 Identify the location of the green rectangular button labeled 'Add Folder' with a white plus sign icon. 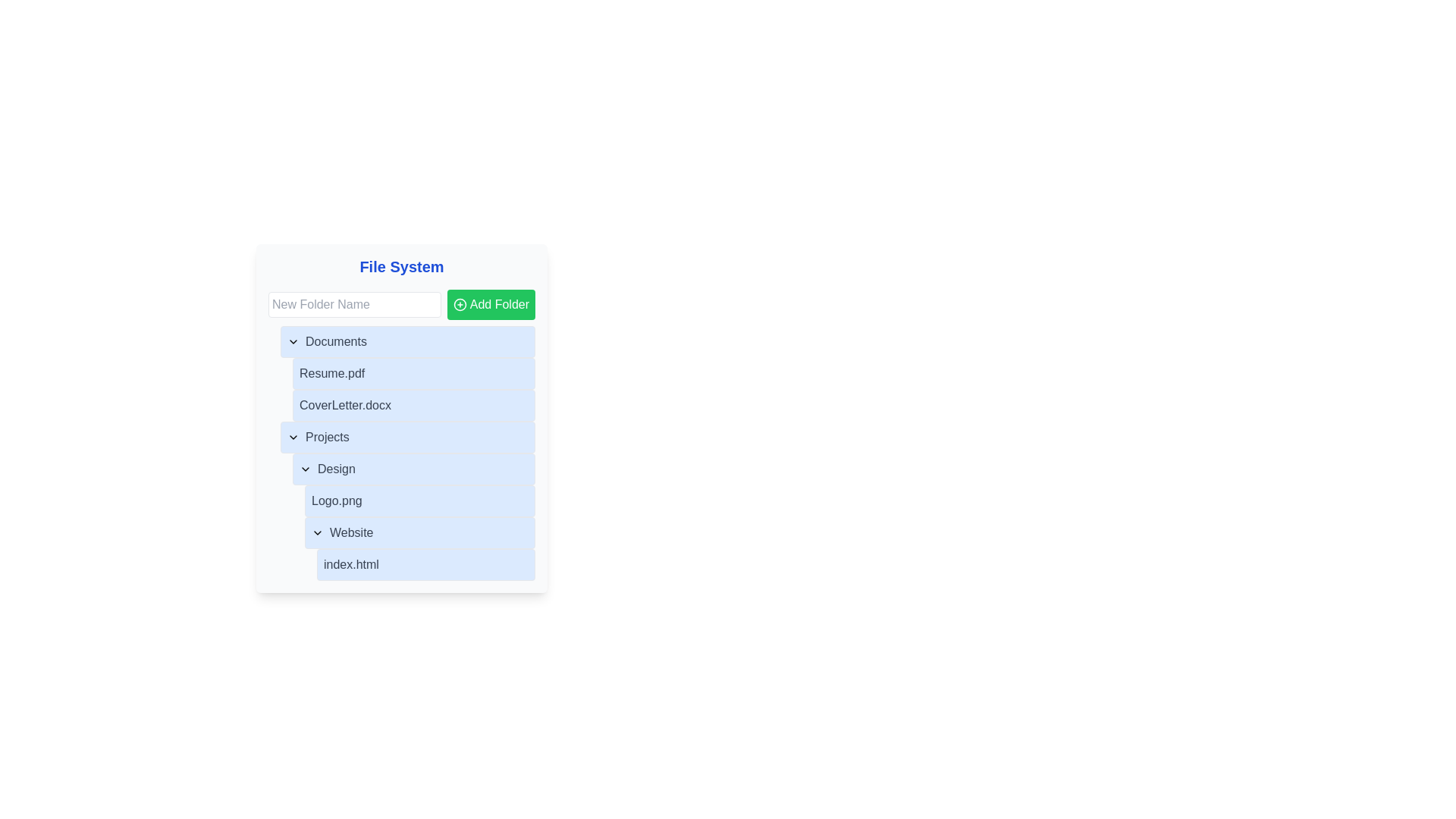
(491, 304).